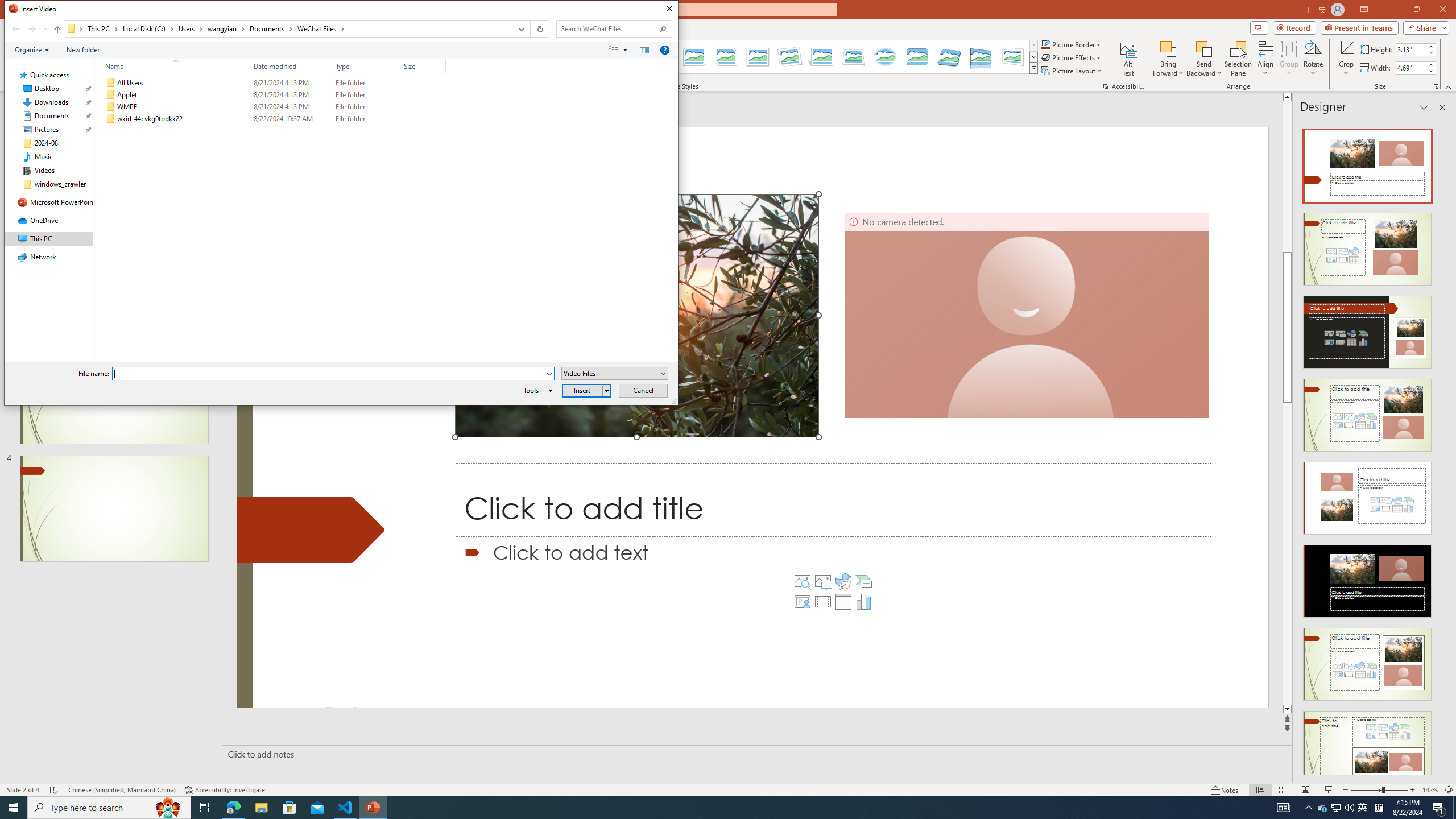 Image resolution: width=1456 pixels, height=819 pixels. I want to click on 'Bevel Rectangle', so click(916, 56).